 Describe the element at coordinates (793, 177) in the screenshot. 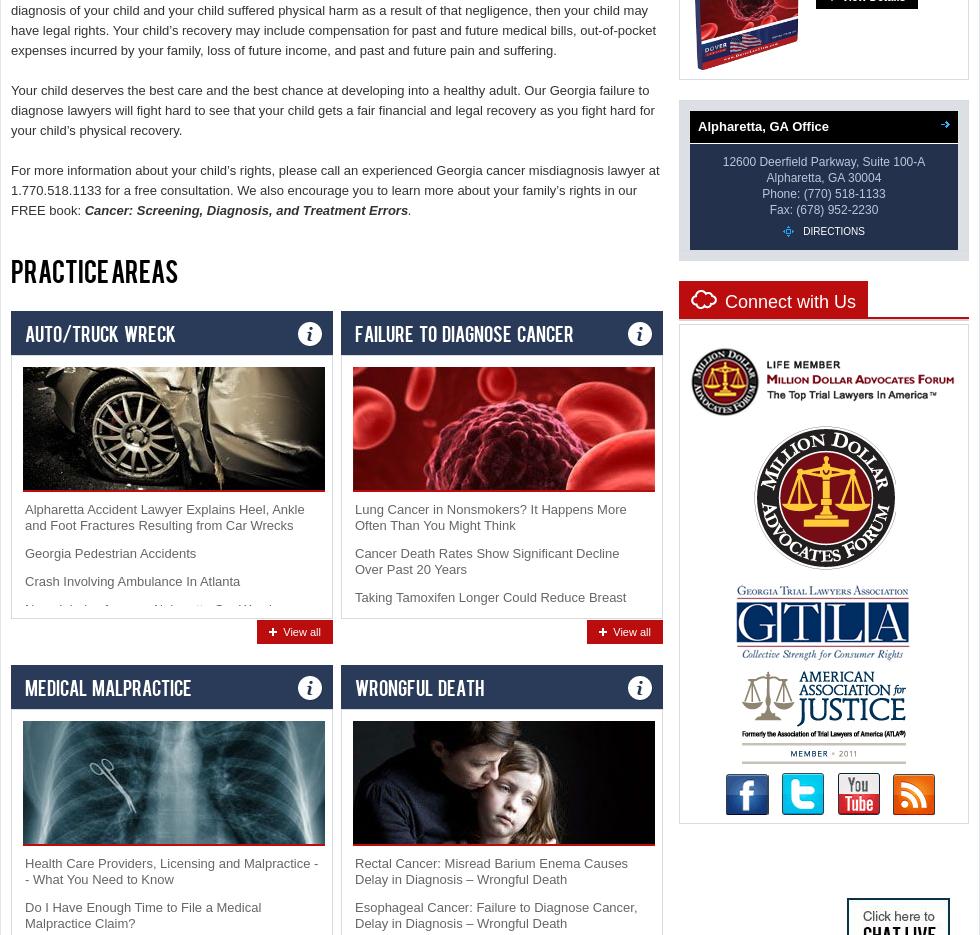

I see `'Alpharetta'` at that location.